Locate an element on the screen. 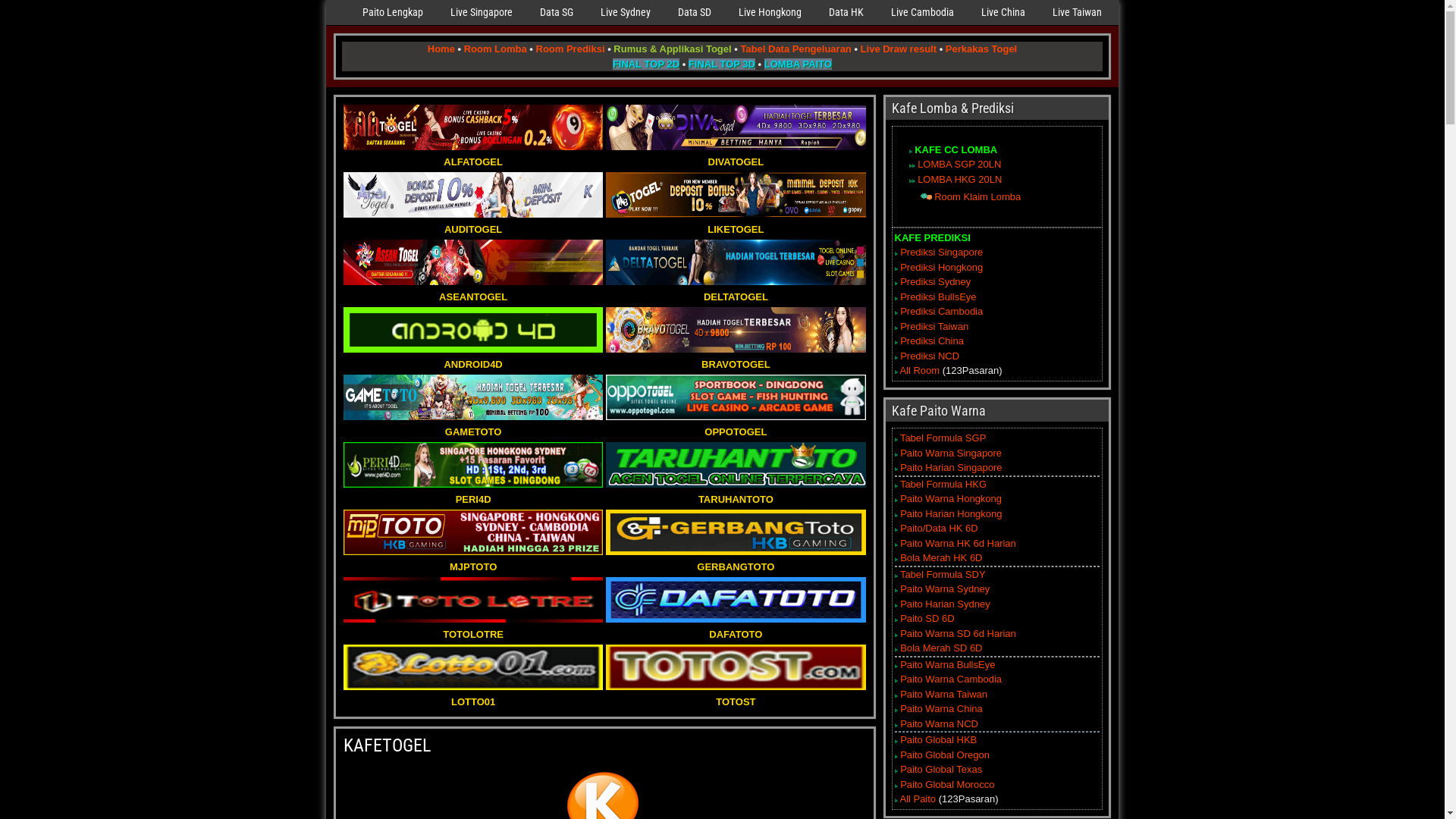 The width and height of the screenshot is (1456, 819). 'Data SD' is located at coordinates (694, 12).